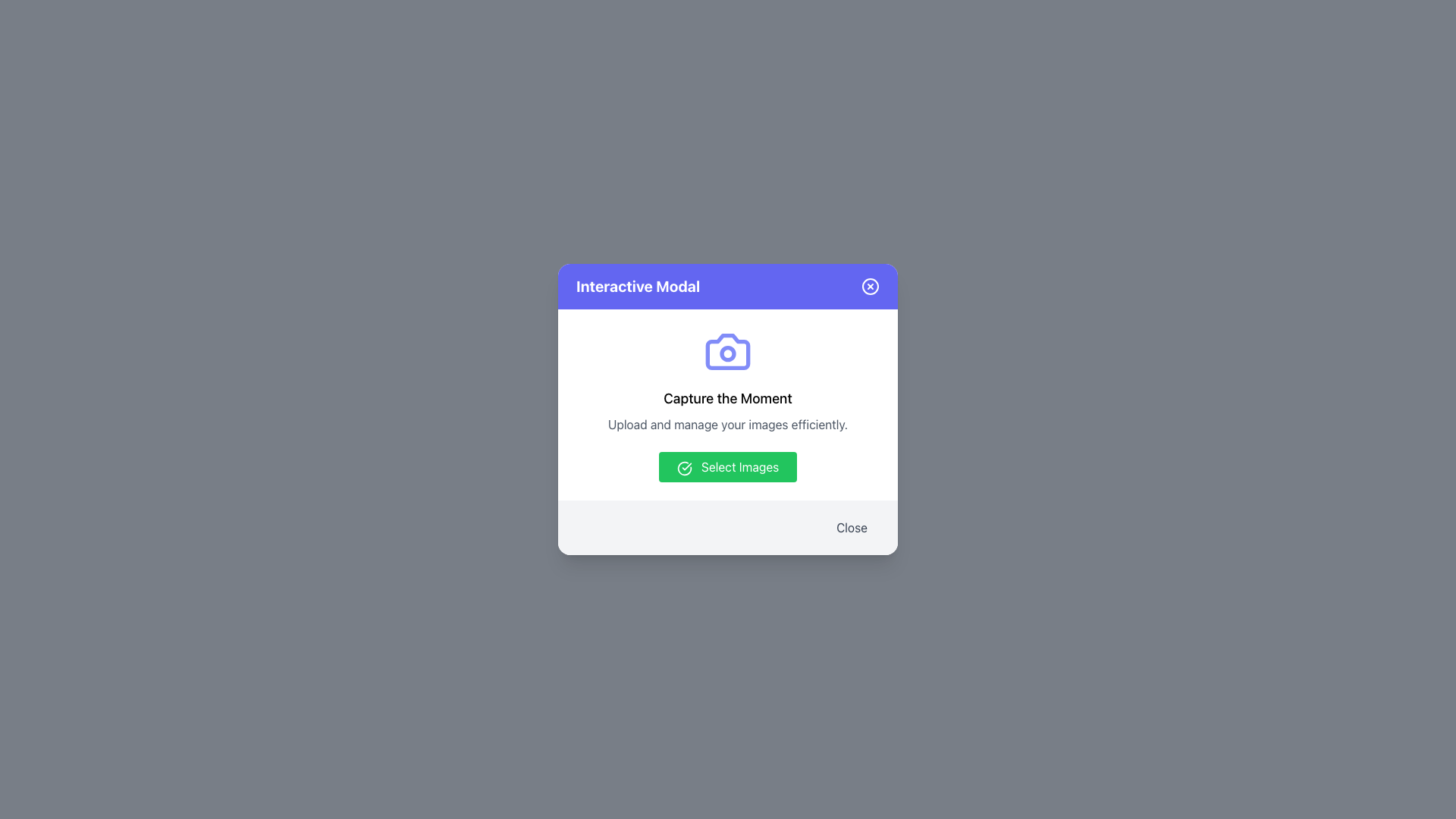  What do you see at coordinates (728, 351) in the screenshot?
I see `the camera icon's main body, which is a rectangular shape with a cut-out section on top, positioned above the text 'Capture the Moment' in the modal dialog box` at bounding box center [728, 351].